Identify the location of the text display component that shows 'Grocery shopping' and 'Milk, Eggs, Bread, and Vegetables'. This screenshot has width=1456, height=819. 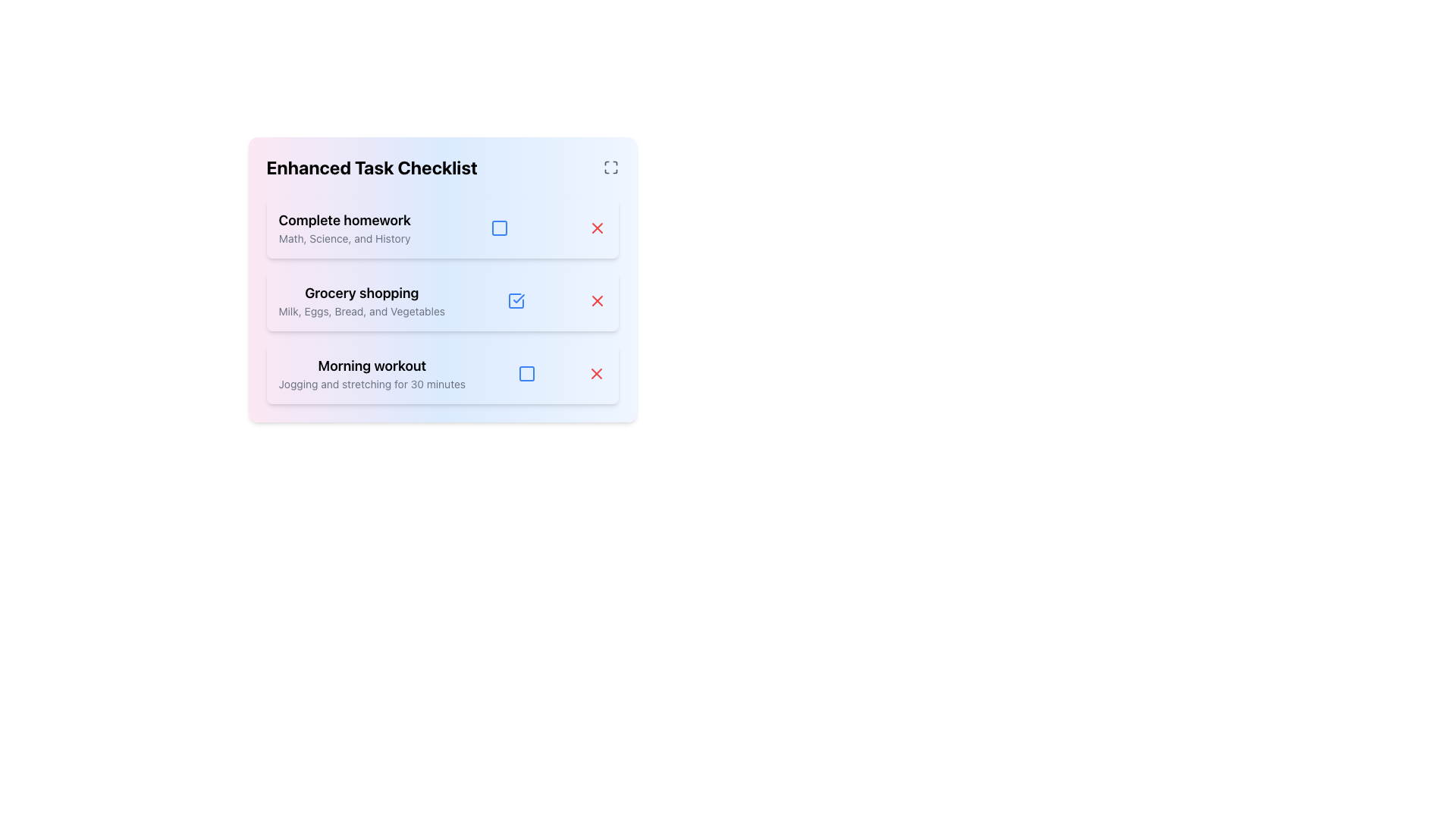
(361, 301).